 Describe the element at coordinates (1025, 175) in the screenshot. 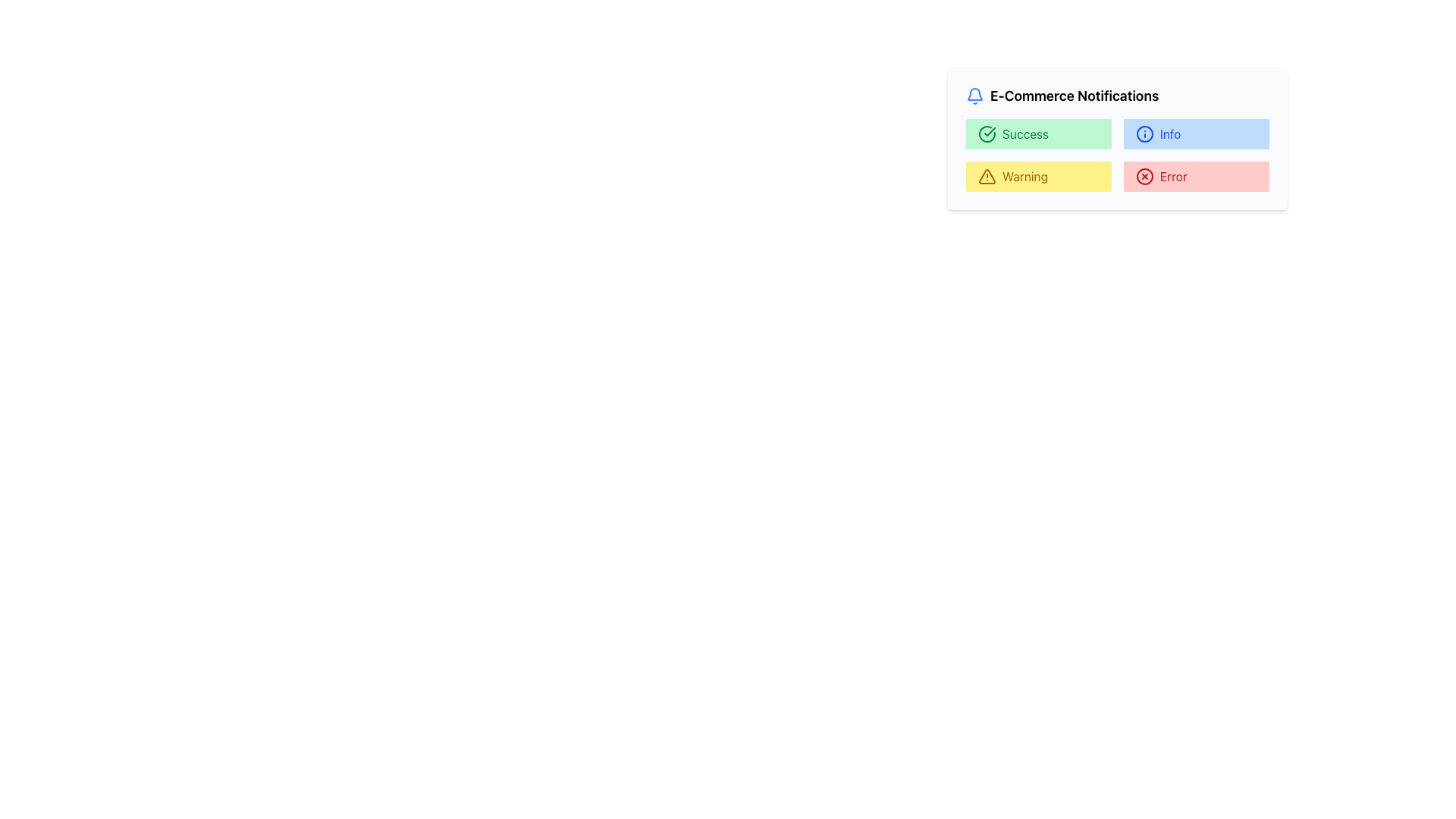

I see `warning text labeled 'Warning' located to the right of the triangle icon within the warning notification` at that location.